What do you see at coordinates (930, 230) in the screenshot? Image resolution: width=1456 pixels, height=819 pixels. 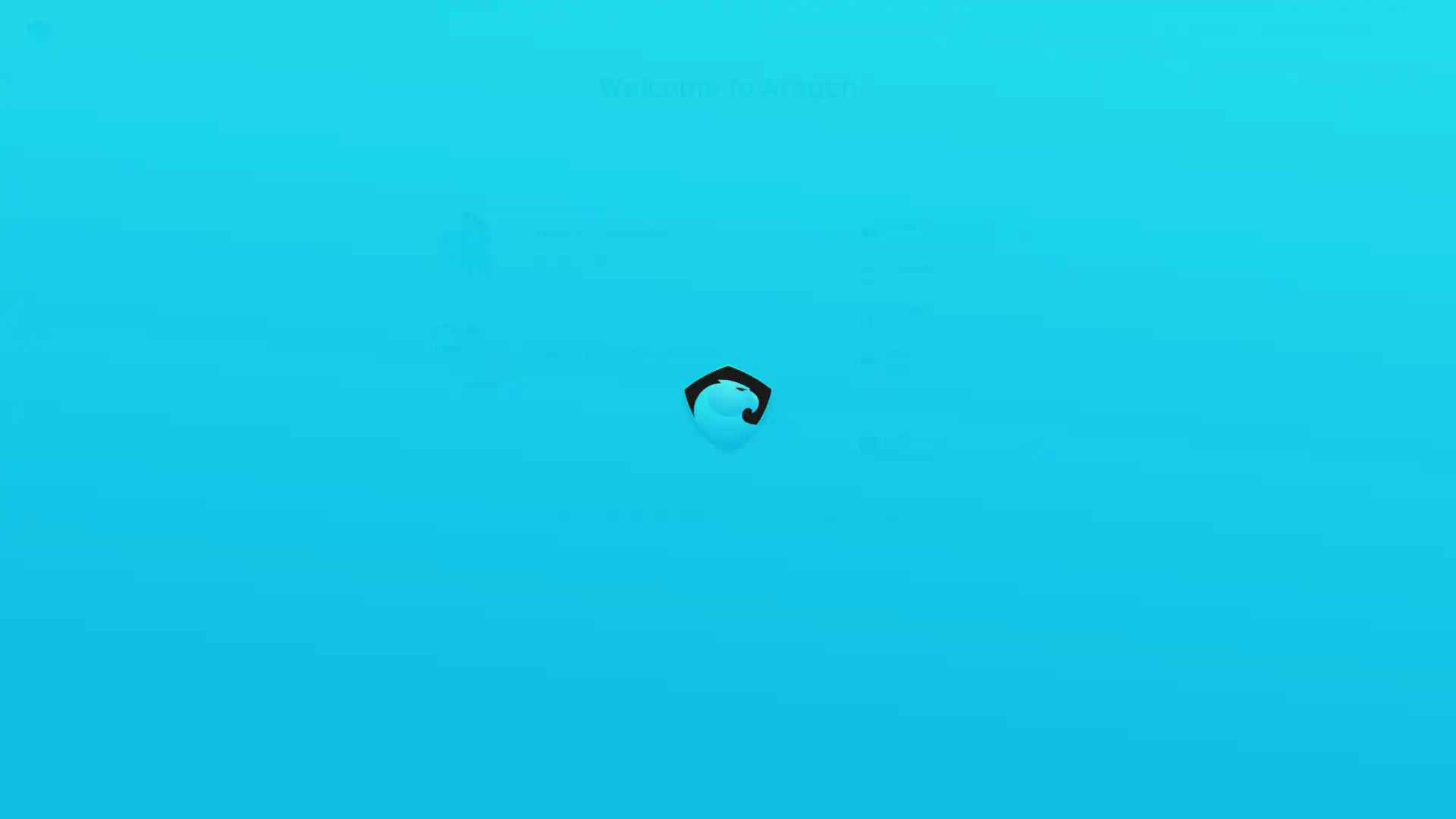 I see `Aragon Governance DEMOCRACY` at bounding box center [930, 230].